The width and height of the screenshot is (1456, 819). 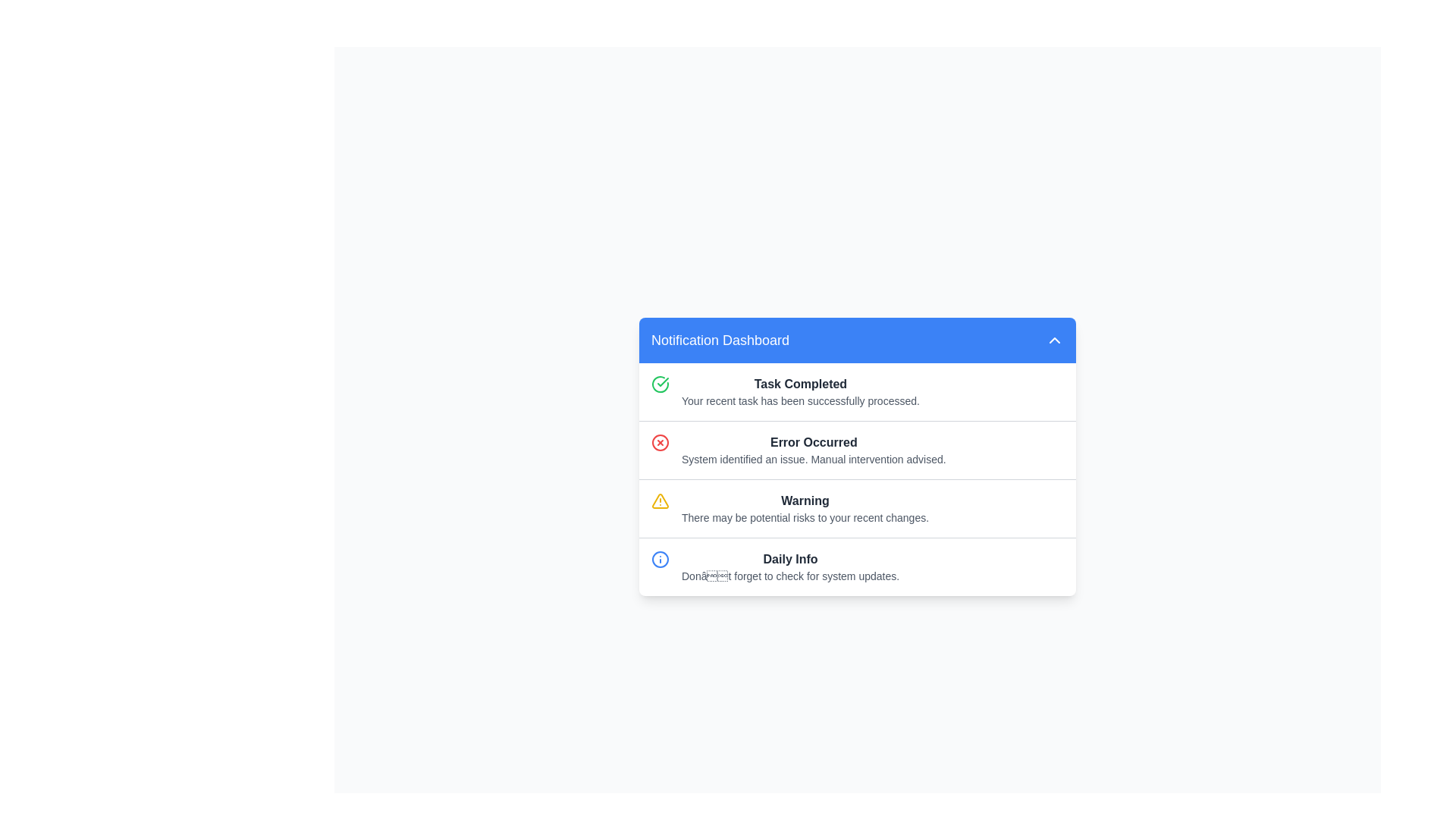 What do you see at coordinates (789, 559) in the screenshot?
I see `the text label that highlights the title or heading of the notification message, positioned prominently at the lower section of the list under the 'Warning' section` at bounding box center [789, 559].